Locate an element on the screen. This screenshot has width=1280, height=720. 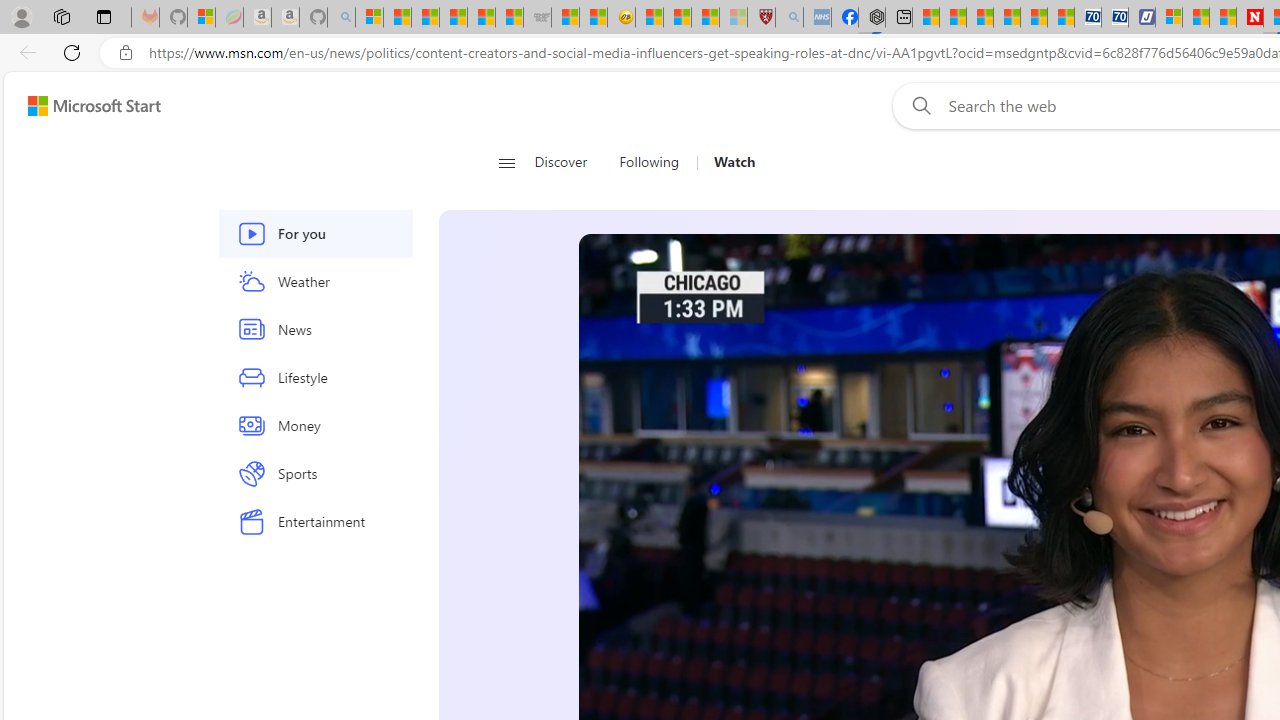
'Cheap Car Rentals - Save70.com' is located at coordinates (1087, 17).